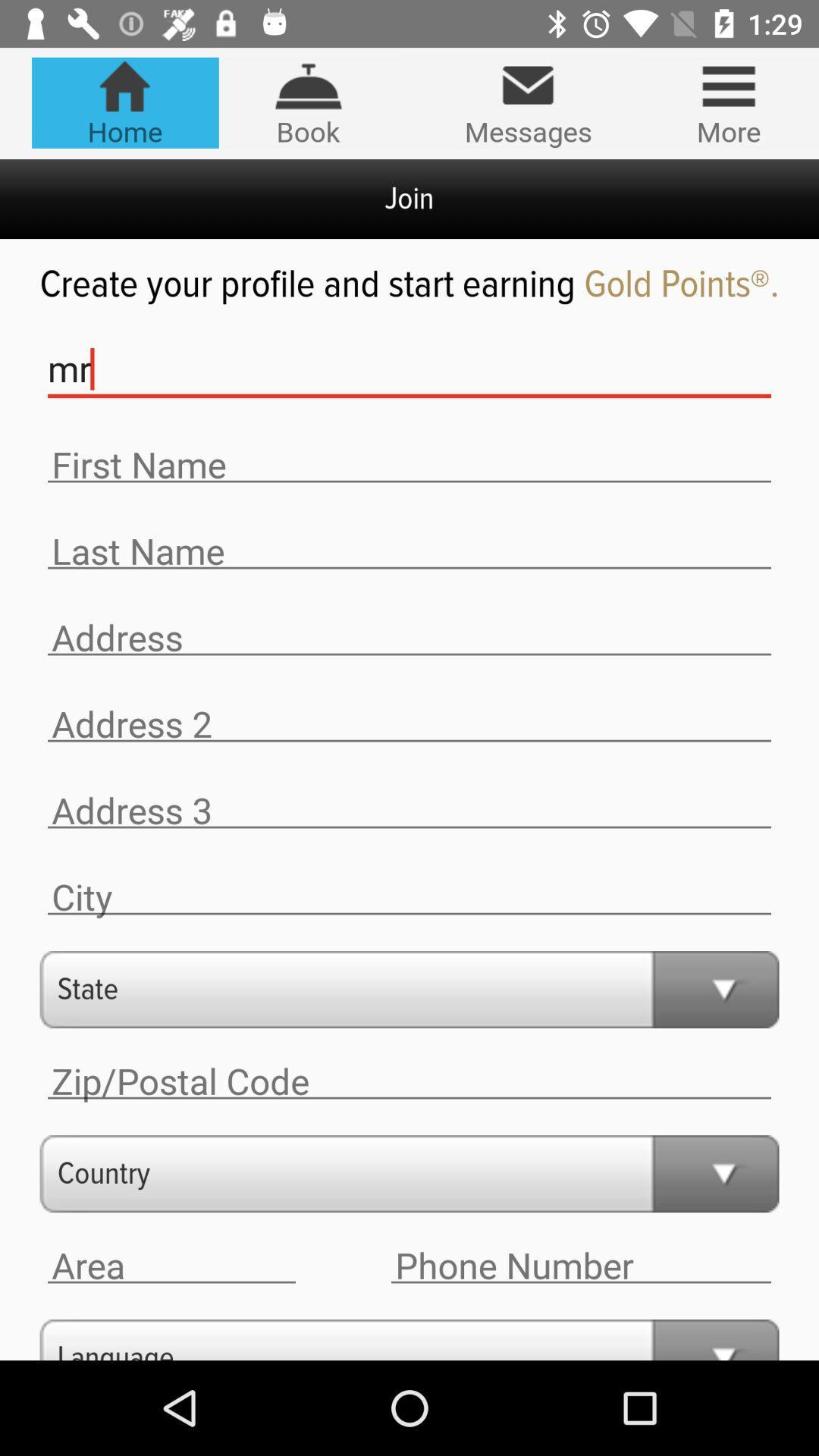 The width and height of the screenshot is (819, 1456). Describe the element at coordinates (171, 1266) in the screenshot. I see `area` at that location.